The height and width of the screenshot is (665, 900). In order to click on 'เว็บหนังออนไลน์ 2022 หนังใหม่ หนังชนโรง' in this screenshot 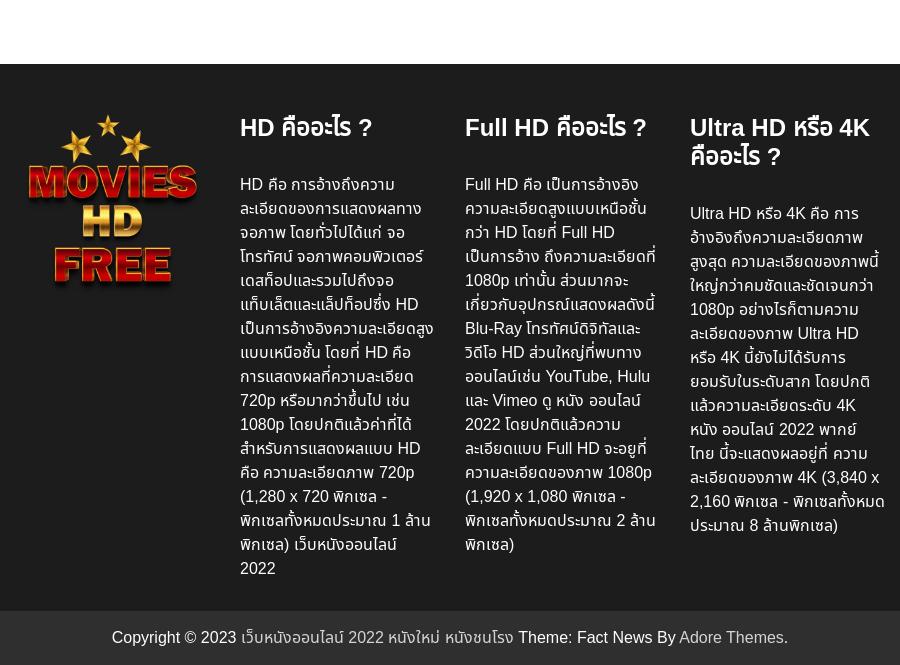, I will do `click(376, 635)`.